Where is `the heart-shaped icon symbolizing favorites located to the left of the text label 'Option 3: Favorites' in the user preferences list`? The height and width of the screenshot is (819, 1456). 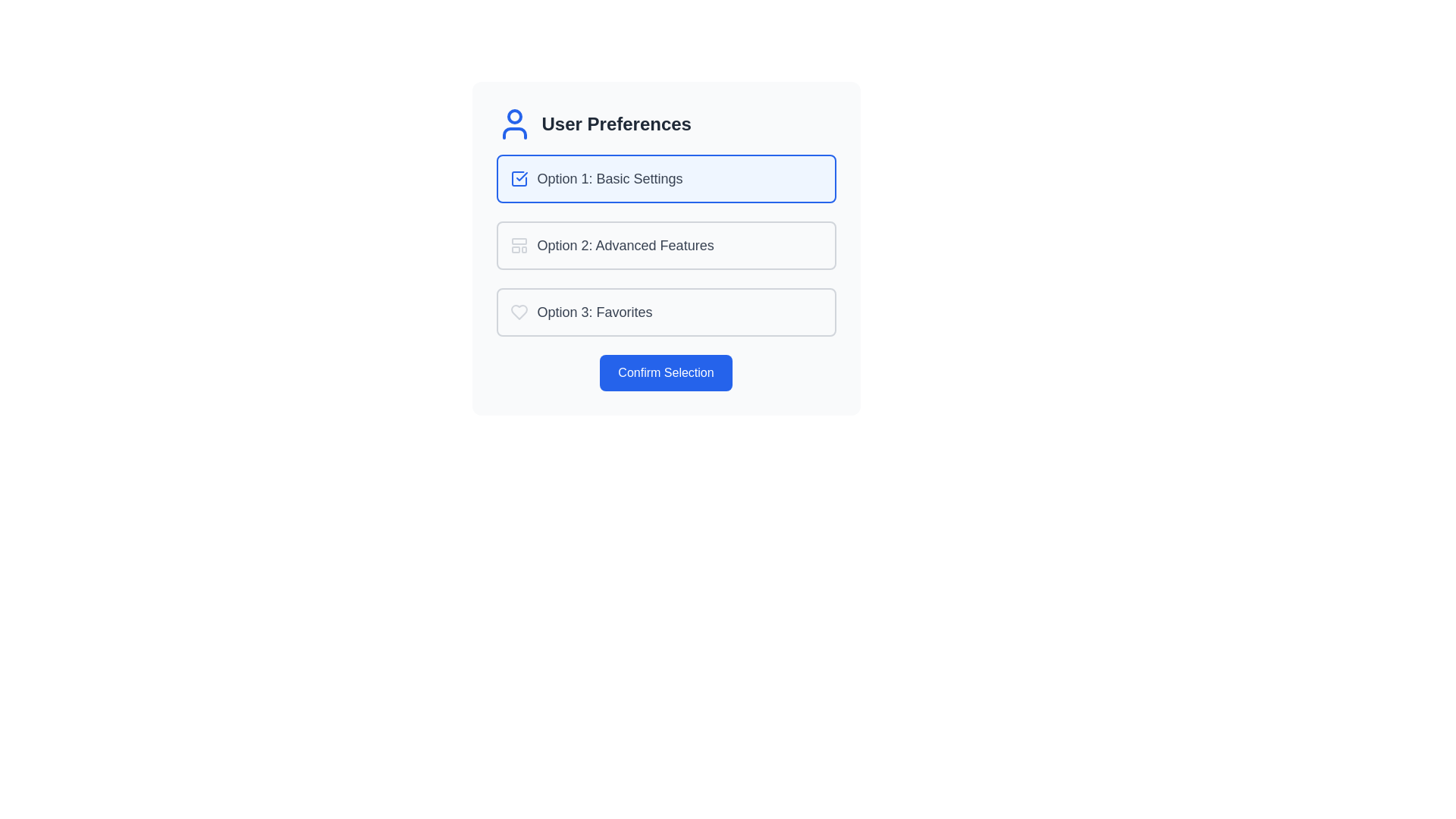 the heart-shaped icon symbolizing favorites located to the left of the text label 'Option 3: Favorites' in the user preferences list is located at coordinates (519, 312).